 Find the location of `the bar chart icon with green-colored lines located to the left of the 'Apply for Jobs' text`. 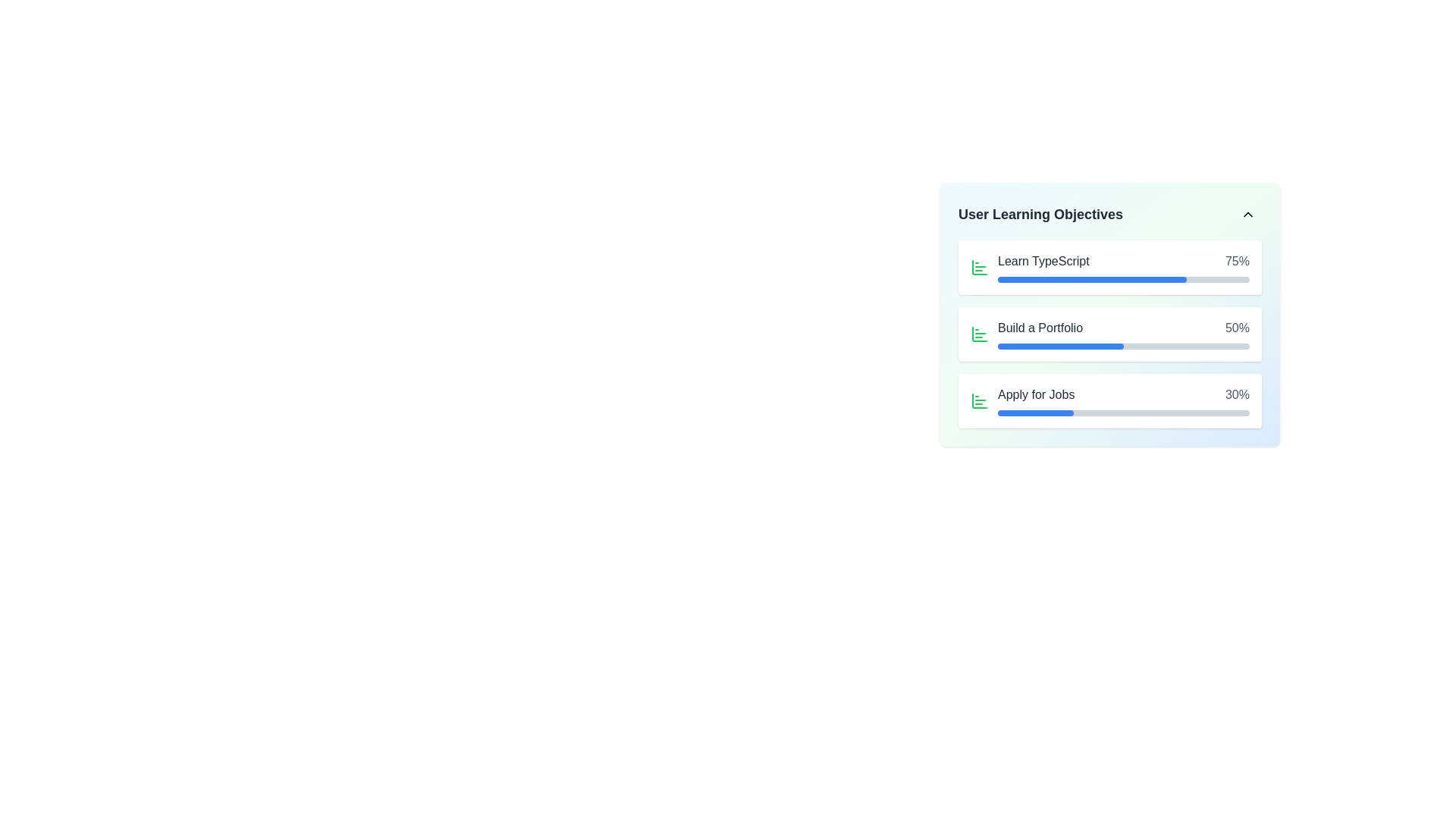

the bar chart icon with green-colored lines located to the left of the 'Apply for Jobs' text is located at coordinates (979, 400).